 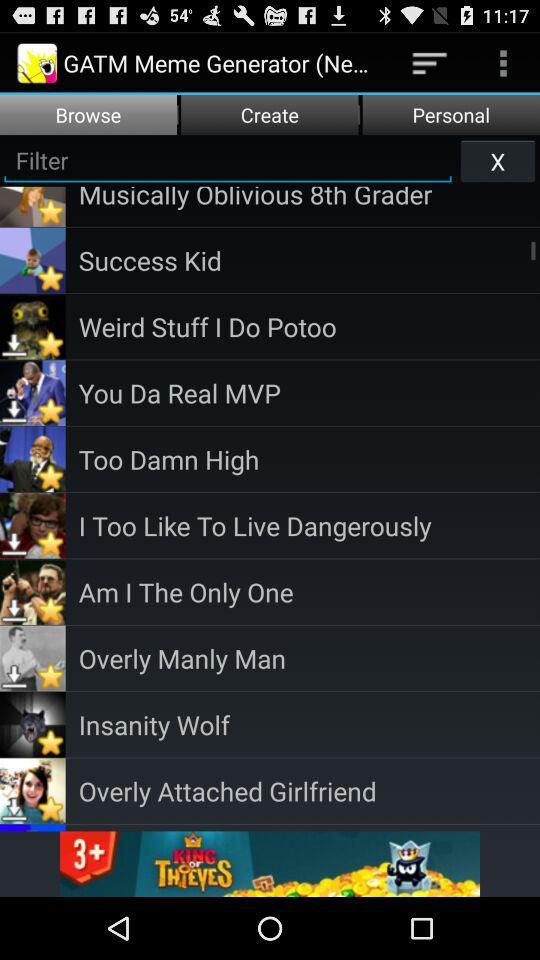 I want to click on the success kid app, so click(x=309, y=259).